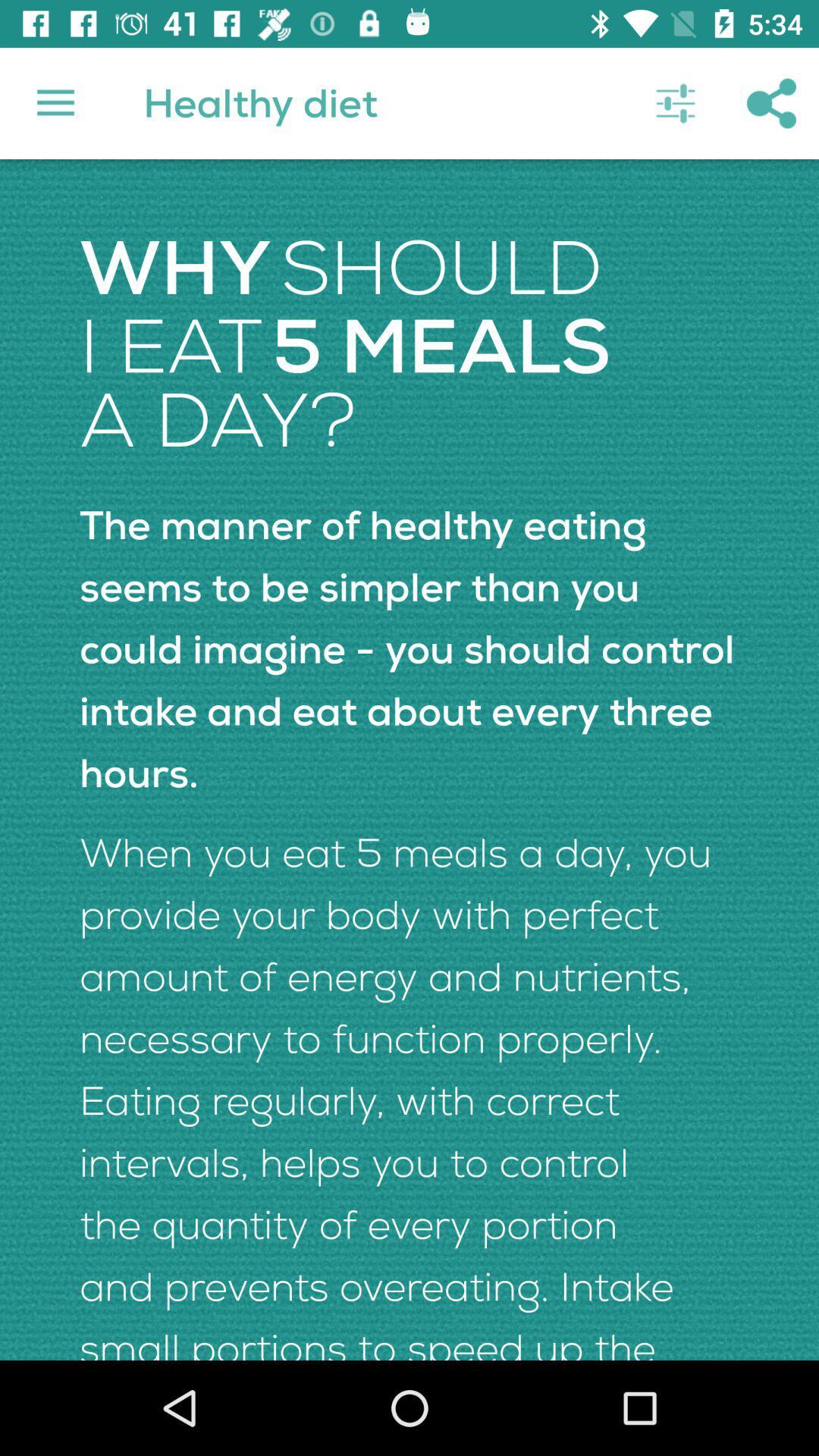  What do you see at coordinates (55, 102) in the screenshot?
I see `item next to the healthy diet icon` at bounding box center [55, 102].